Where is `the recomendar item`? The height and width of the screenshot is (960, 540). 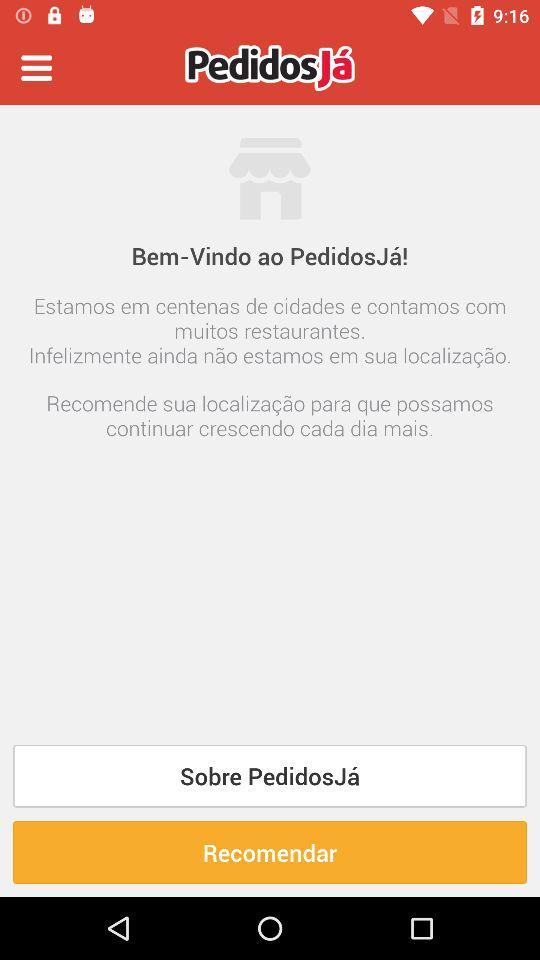 the recomendar item is located at coordinates (270, 851).